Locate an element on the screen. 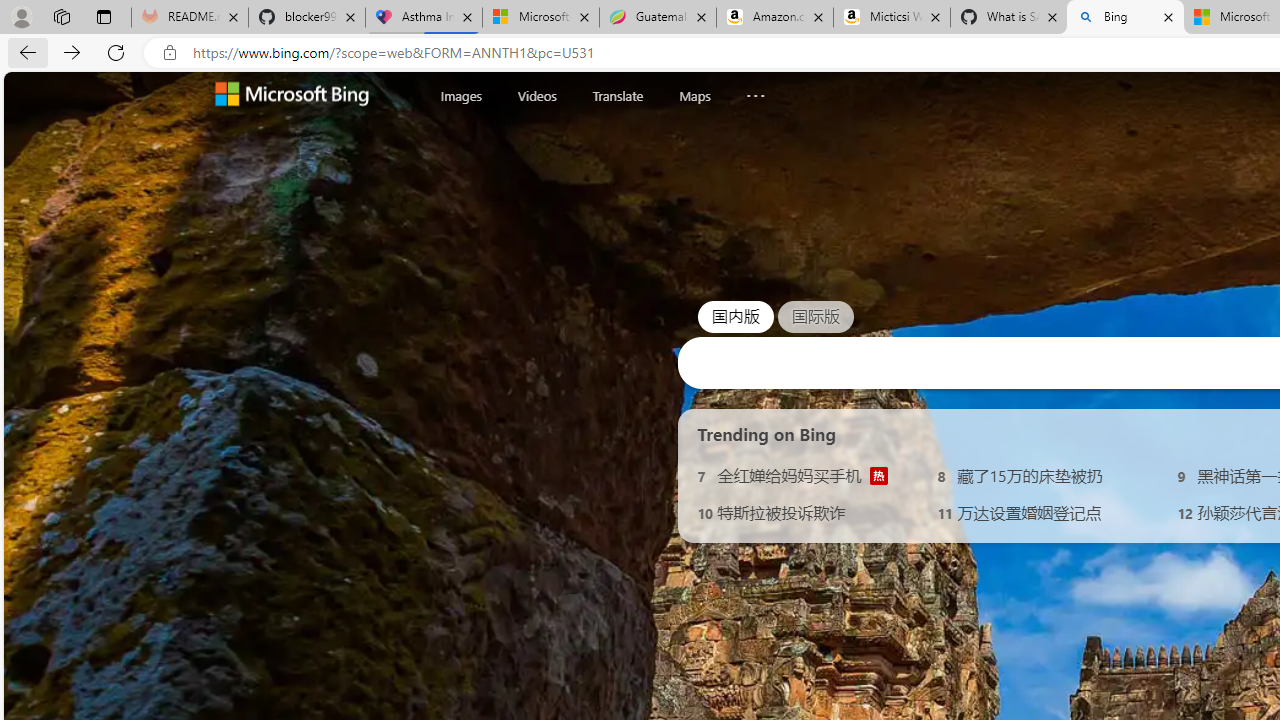 This screenshot has height=720, width=1280. 'Images' is located at coordinates (460, 95).